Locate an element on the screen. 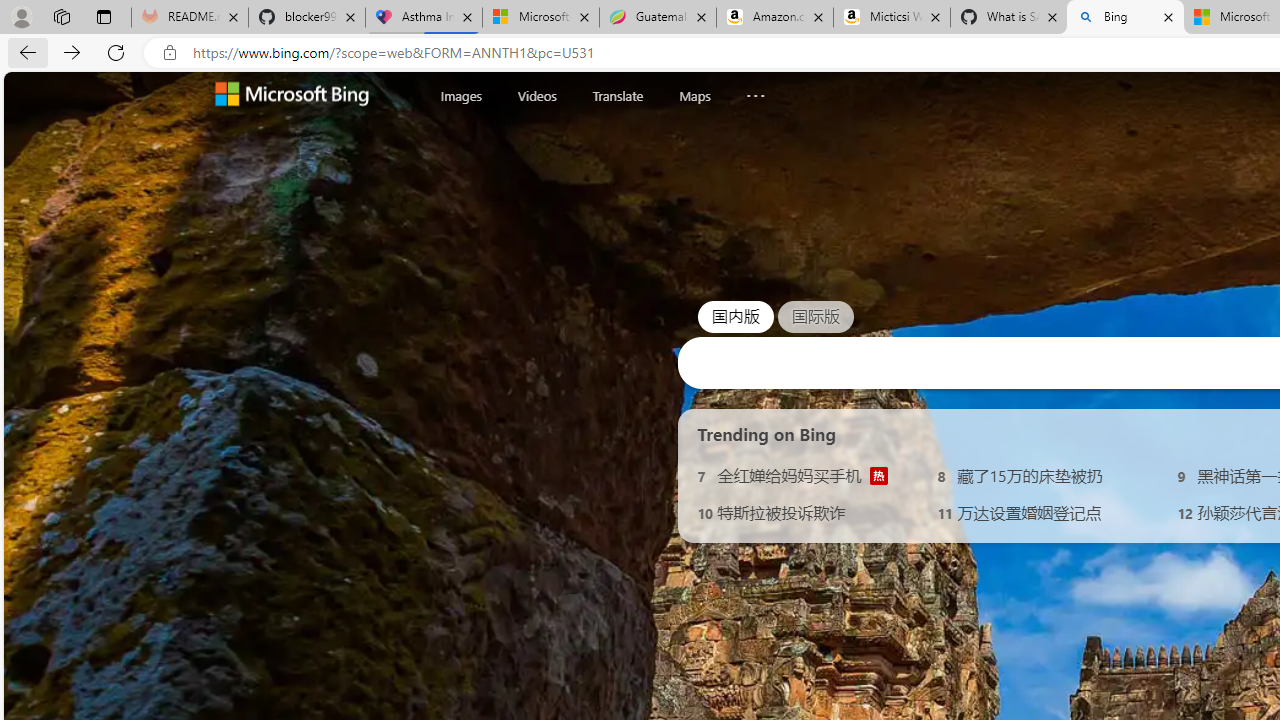 This screenshot has height=720, width=1280. 'Images' is located at coordinates (460, 95).